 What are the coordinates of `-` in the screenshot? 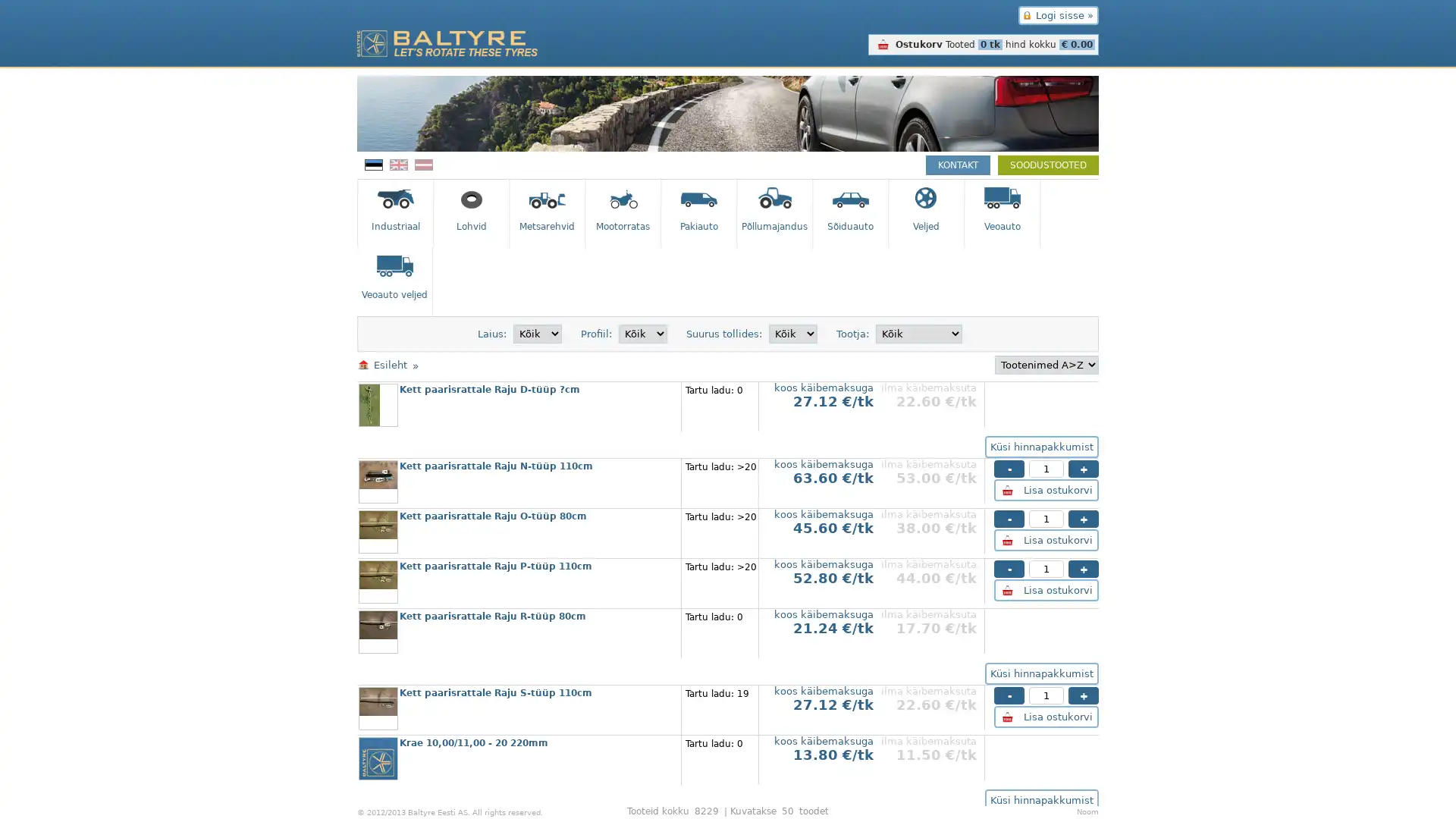 It's located at (1009, 695).